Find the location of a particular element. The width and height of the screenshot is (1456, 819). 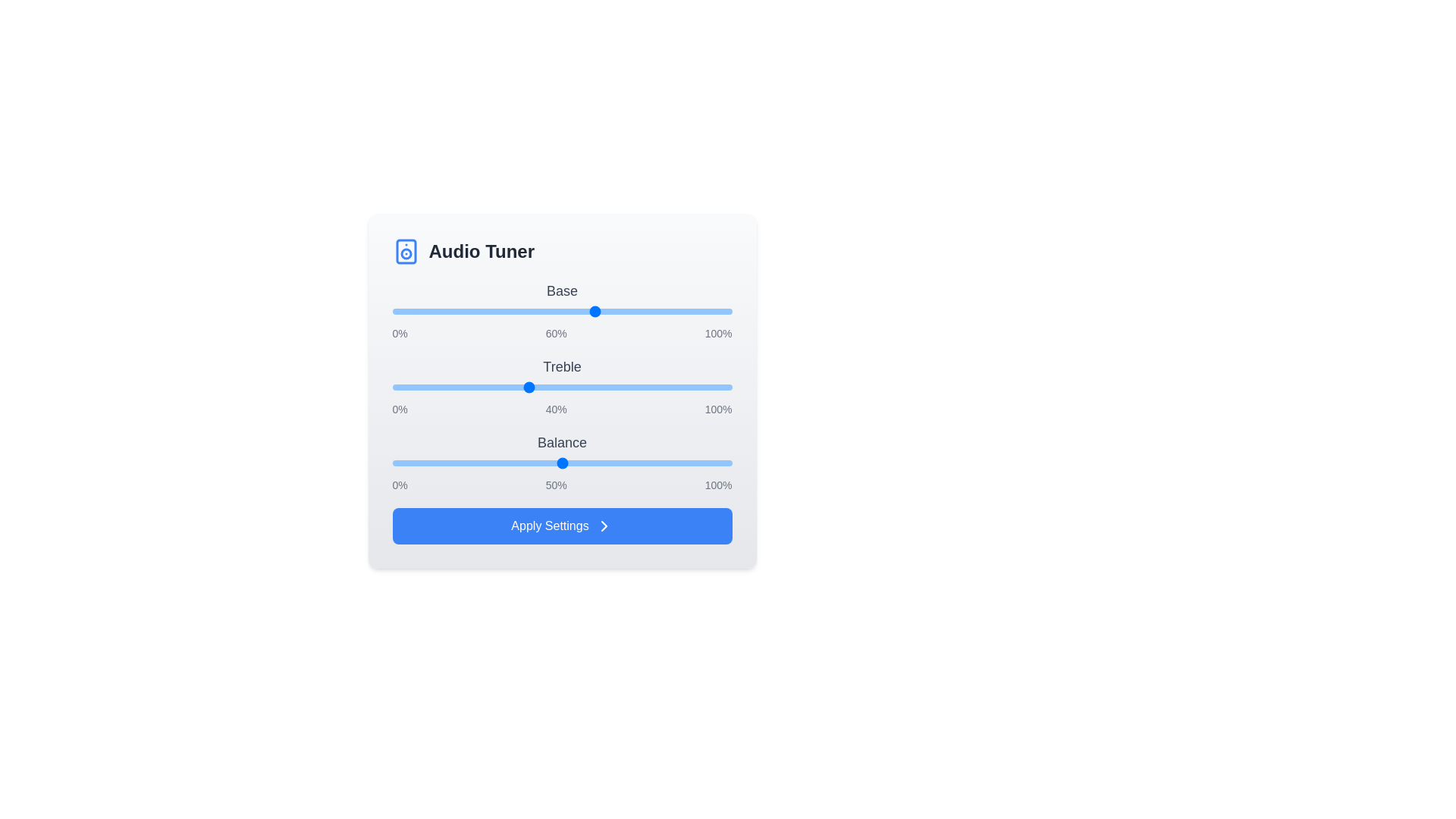

the 1 slider to 49% is located at coordinates (558, 386).